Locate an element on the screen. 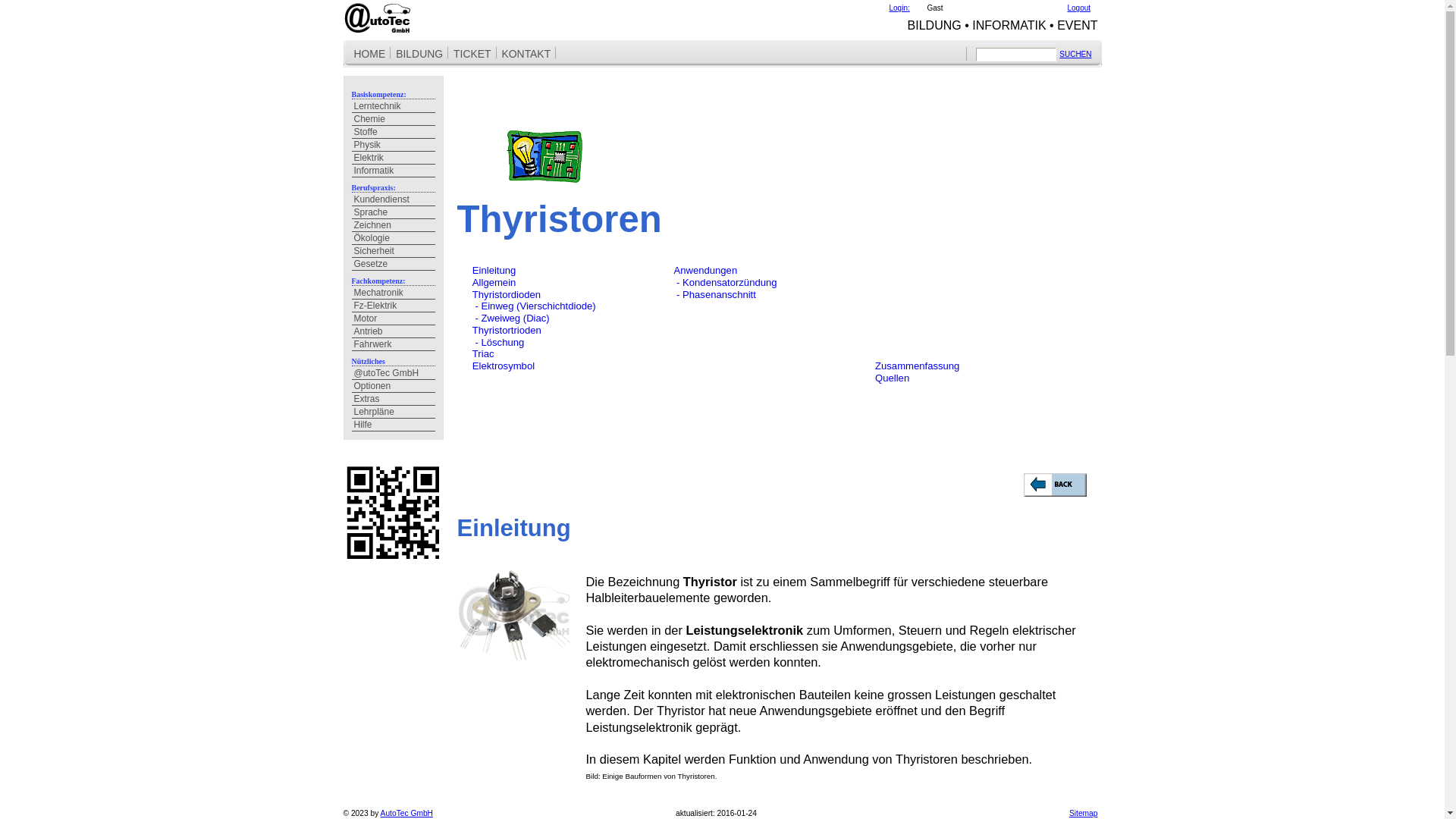  'Allgemein' is located at coordinates (494, 282).